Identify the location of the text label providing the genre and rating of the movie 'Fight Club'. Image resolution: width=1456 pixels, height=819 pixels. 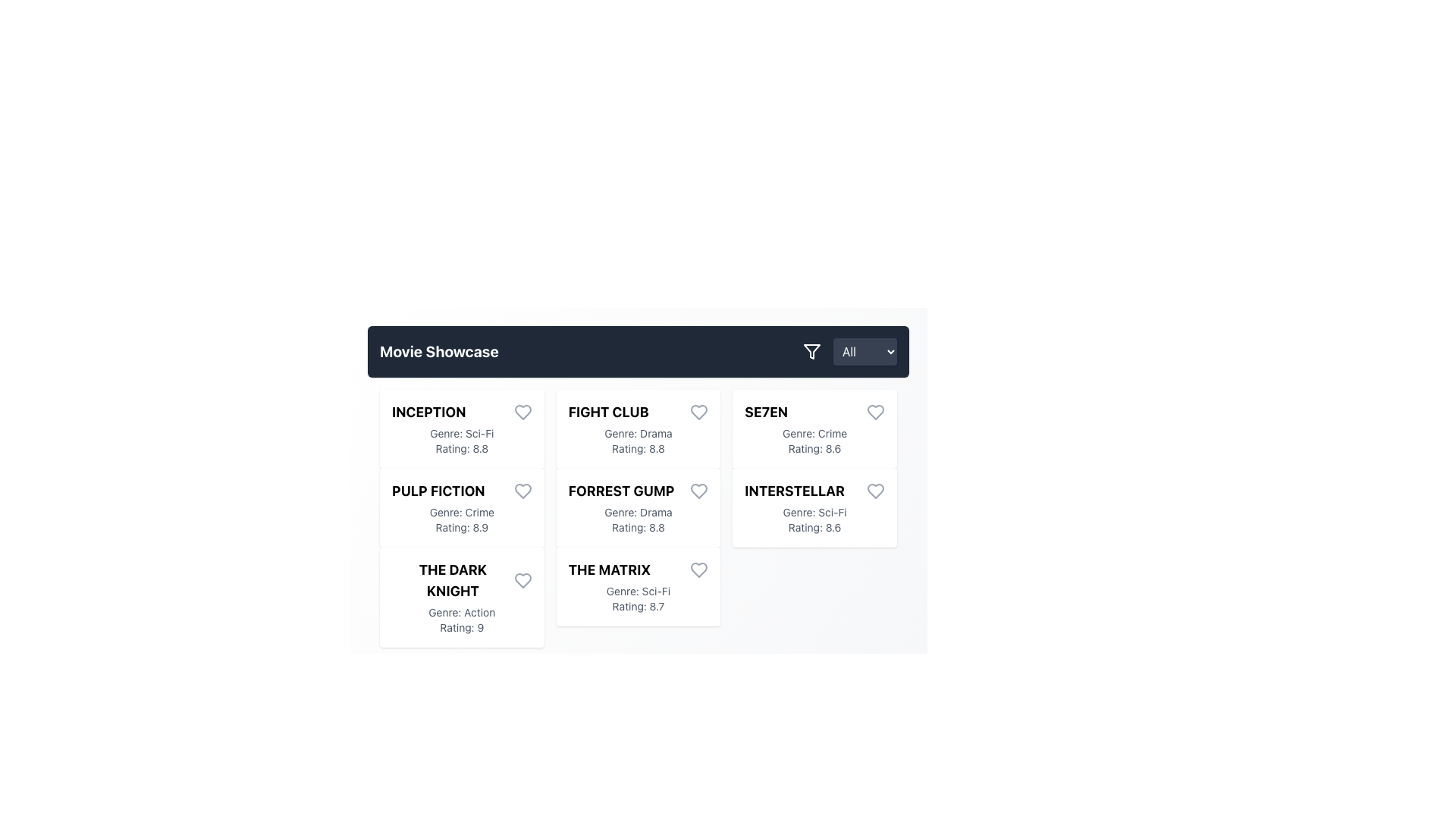
(638, 441).